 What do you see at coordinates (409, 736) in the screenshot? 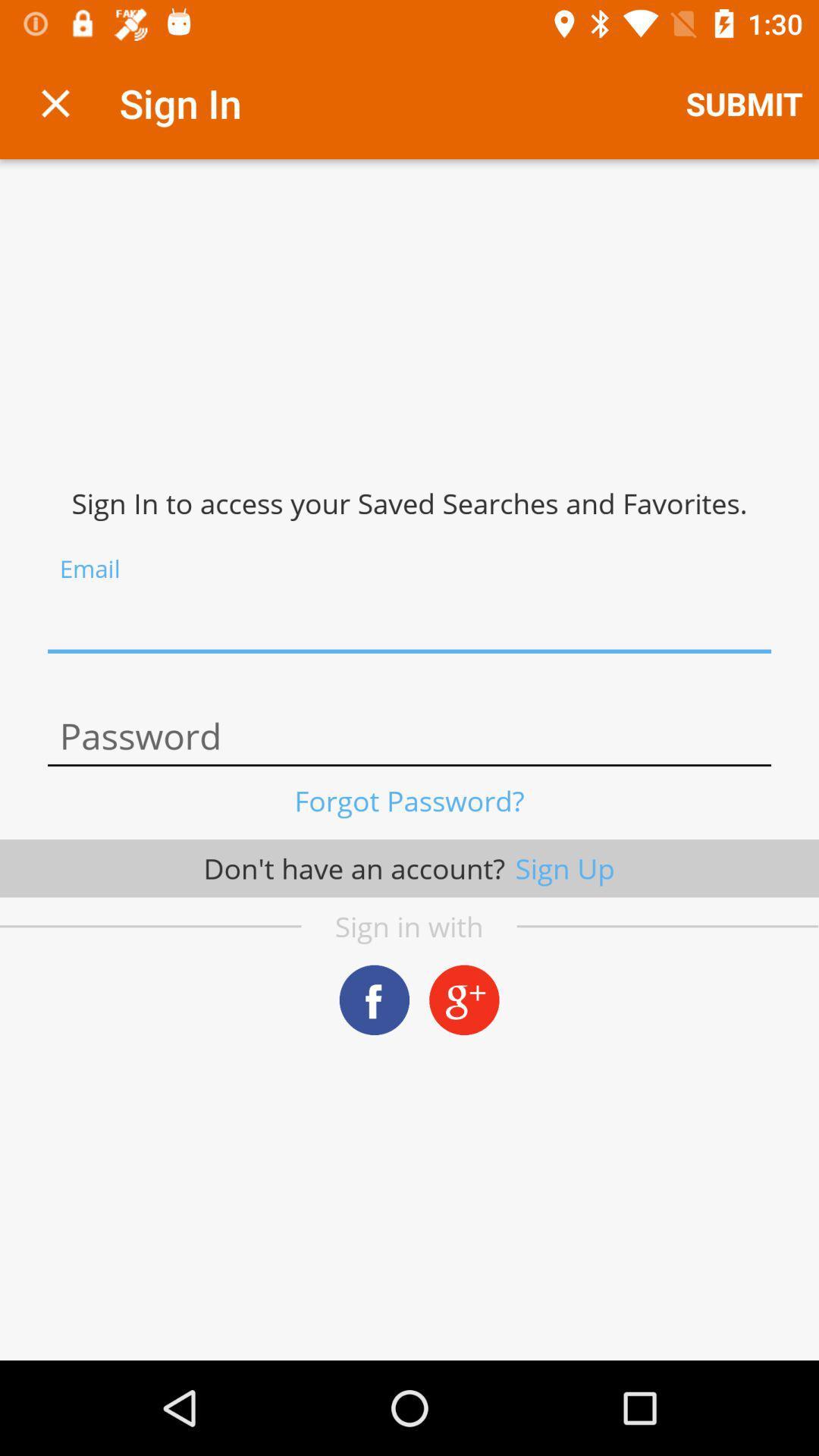
I see `password option` at bounding box center [409, 736].